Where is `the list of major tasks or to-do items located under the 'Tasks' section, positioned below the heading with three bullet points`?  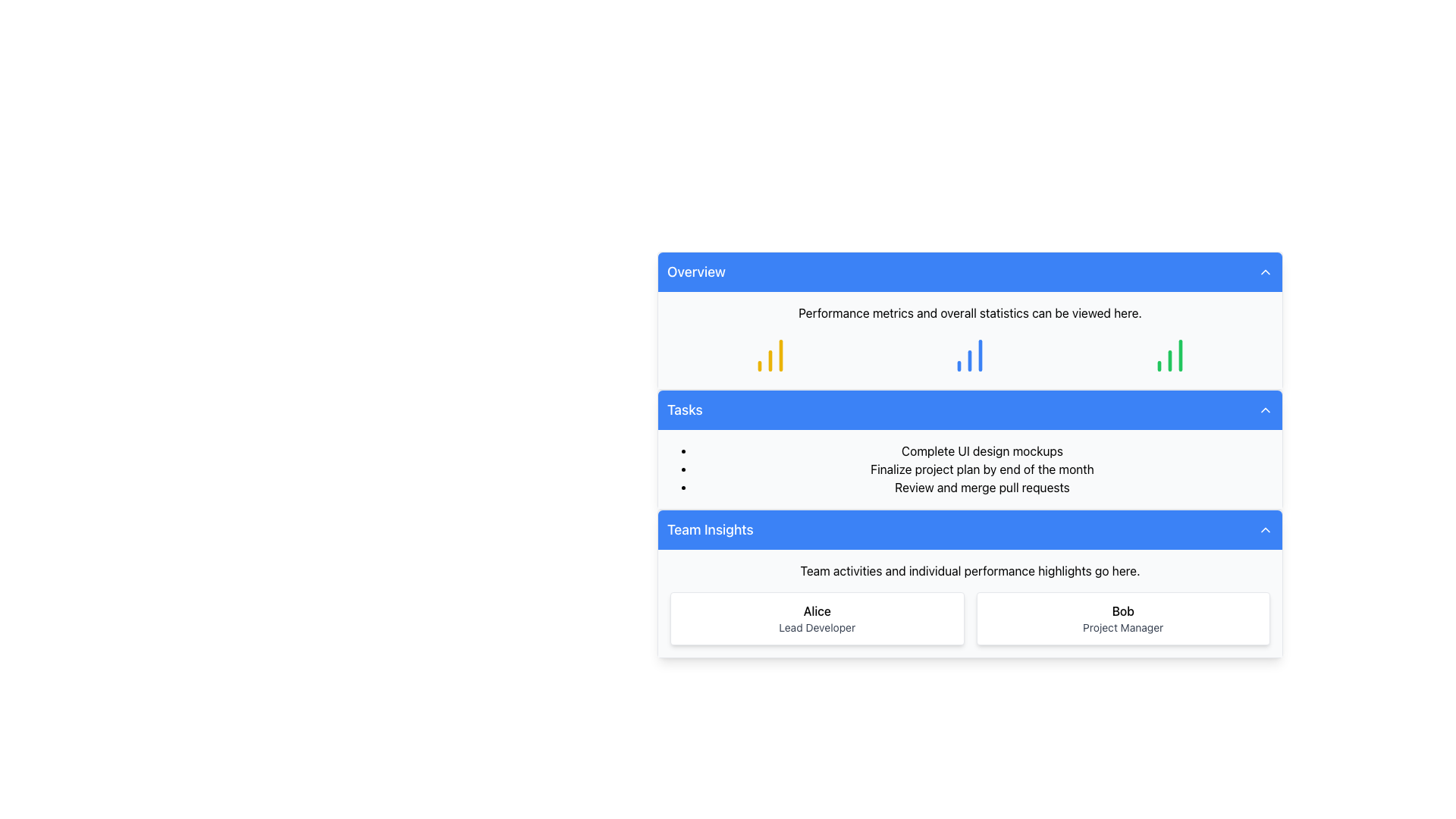 the list of major tasks or to-do items located under the 'Tasks' section, positioned below the heading with three bullet points is located at coordinates (969, 468).